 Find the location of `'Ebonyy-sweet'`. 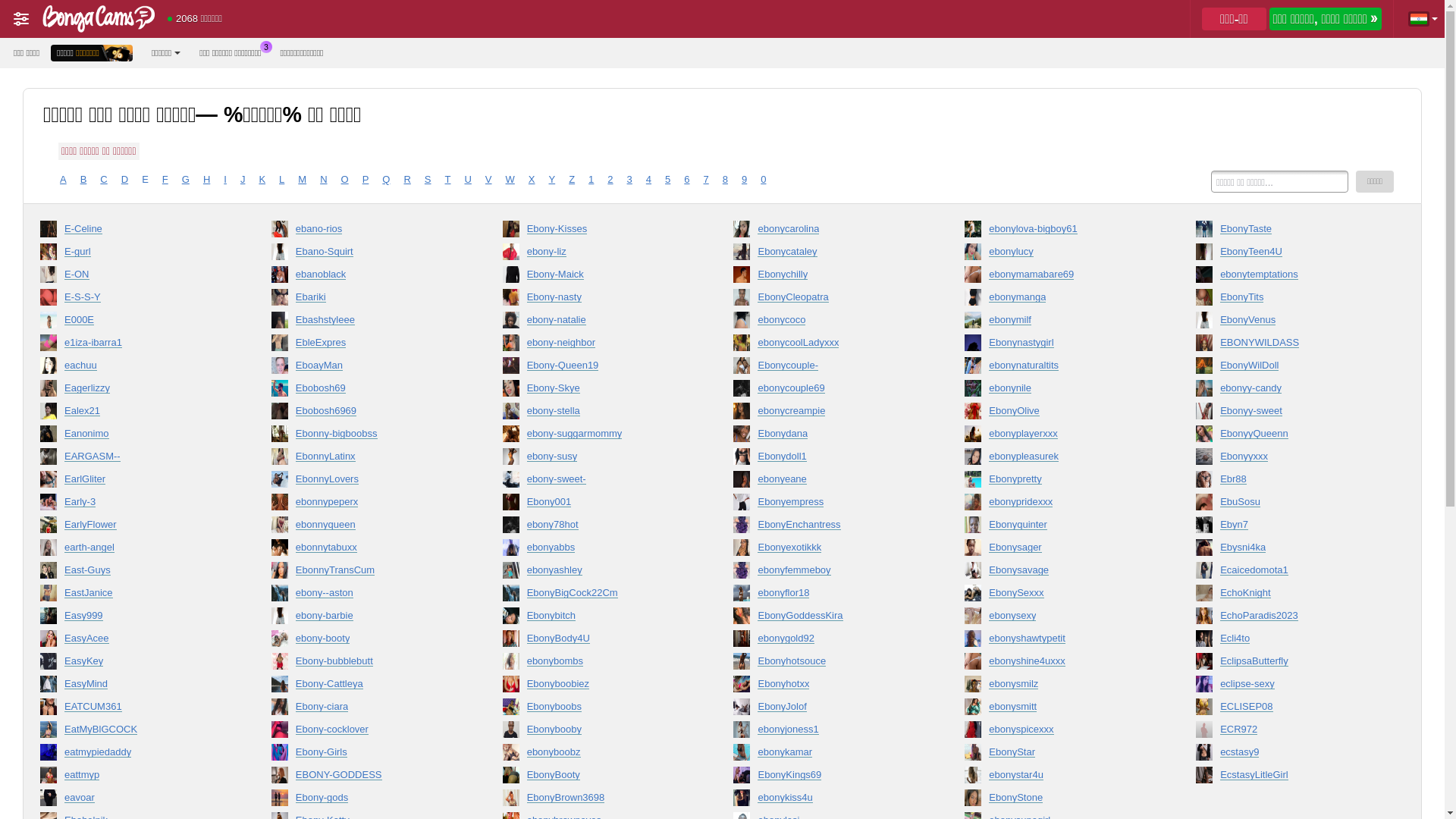

'Ebonyy-sweet' is located at coordinates (1288, 414).